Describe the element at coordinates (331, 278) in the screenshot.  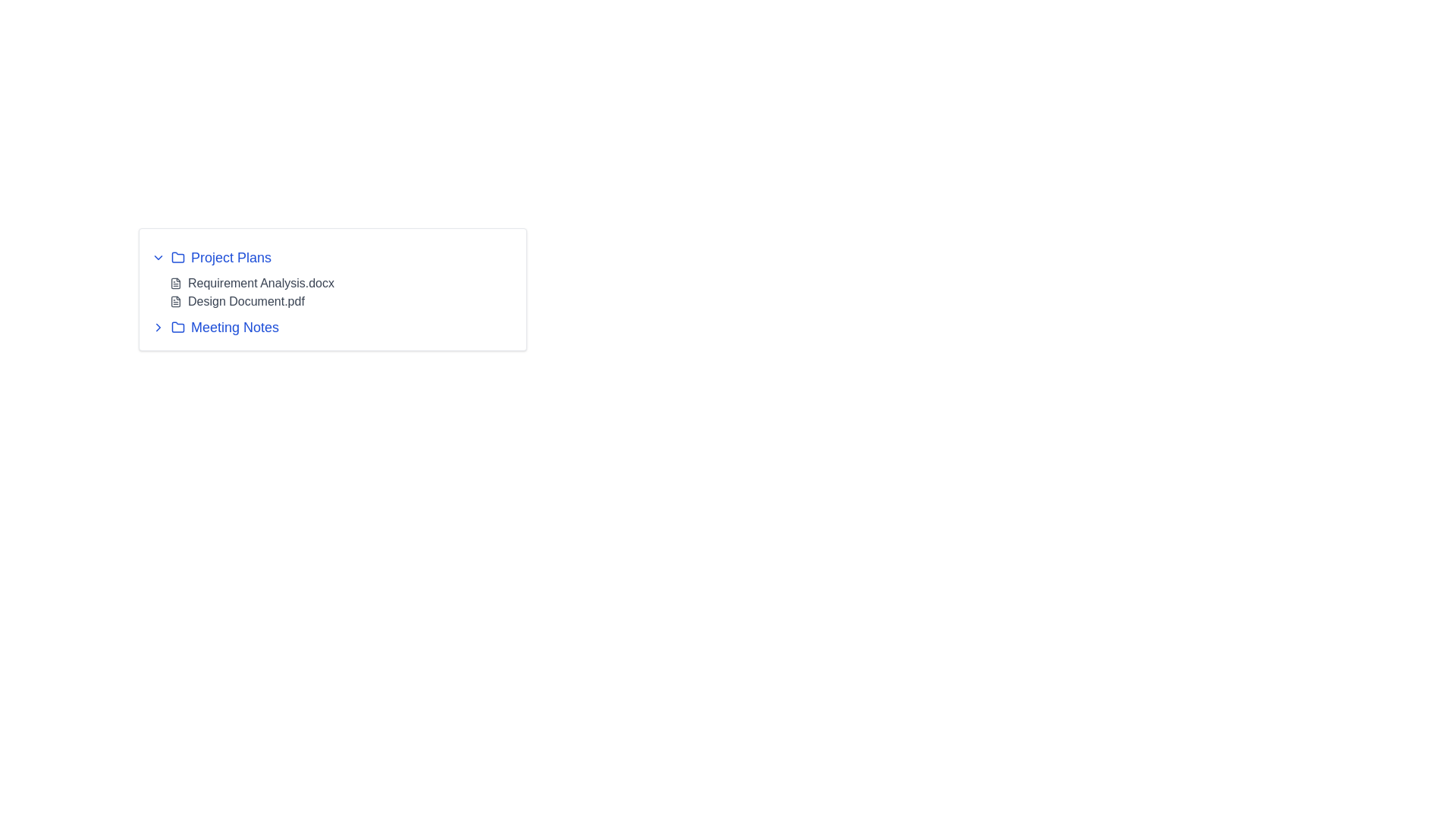
I see `the document name 'Requirement Analysis.docx' within the 'Project Plans' section` at that location.